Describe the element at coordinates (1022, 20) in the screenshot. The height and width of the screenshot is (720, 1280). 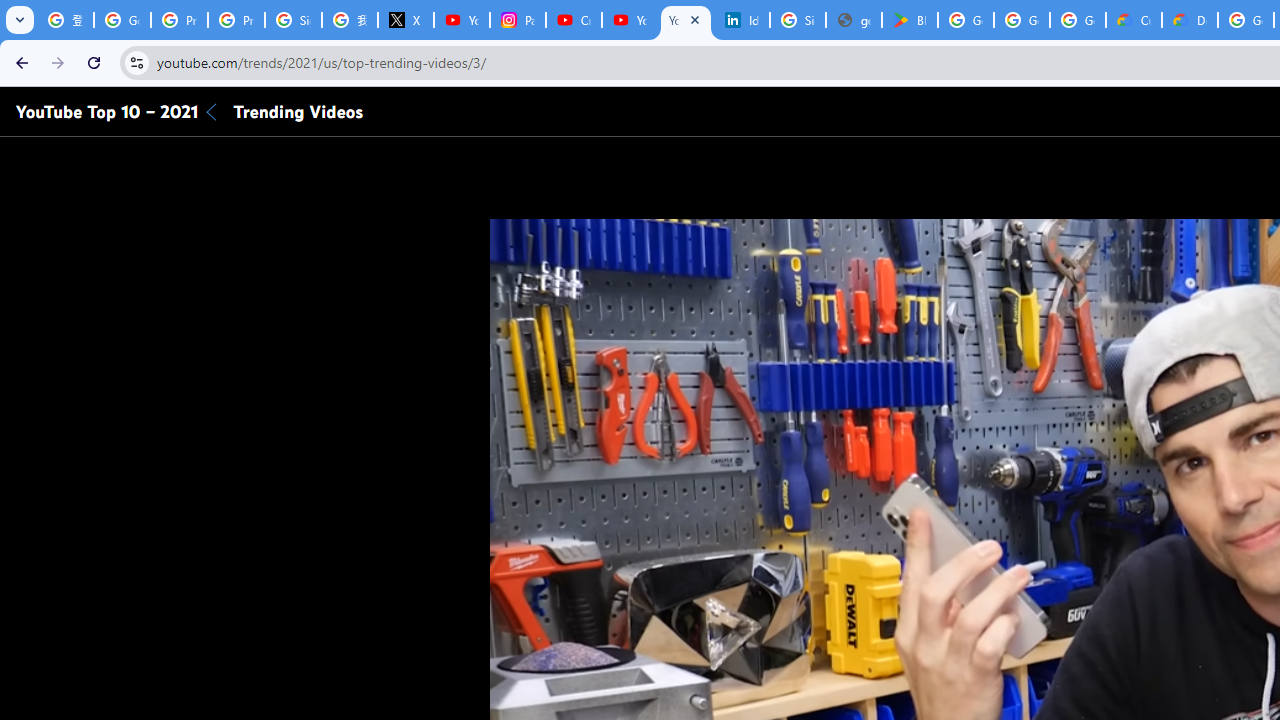
I see `'Google Workspace - Specific Terms'` at that location.